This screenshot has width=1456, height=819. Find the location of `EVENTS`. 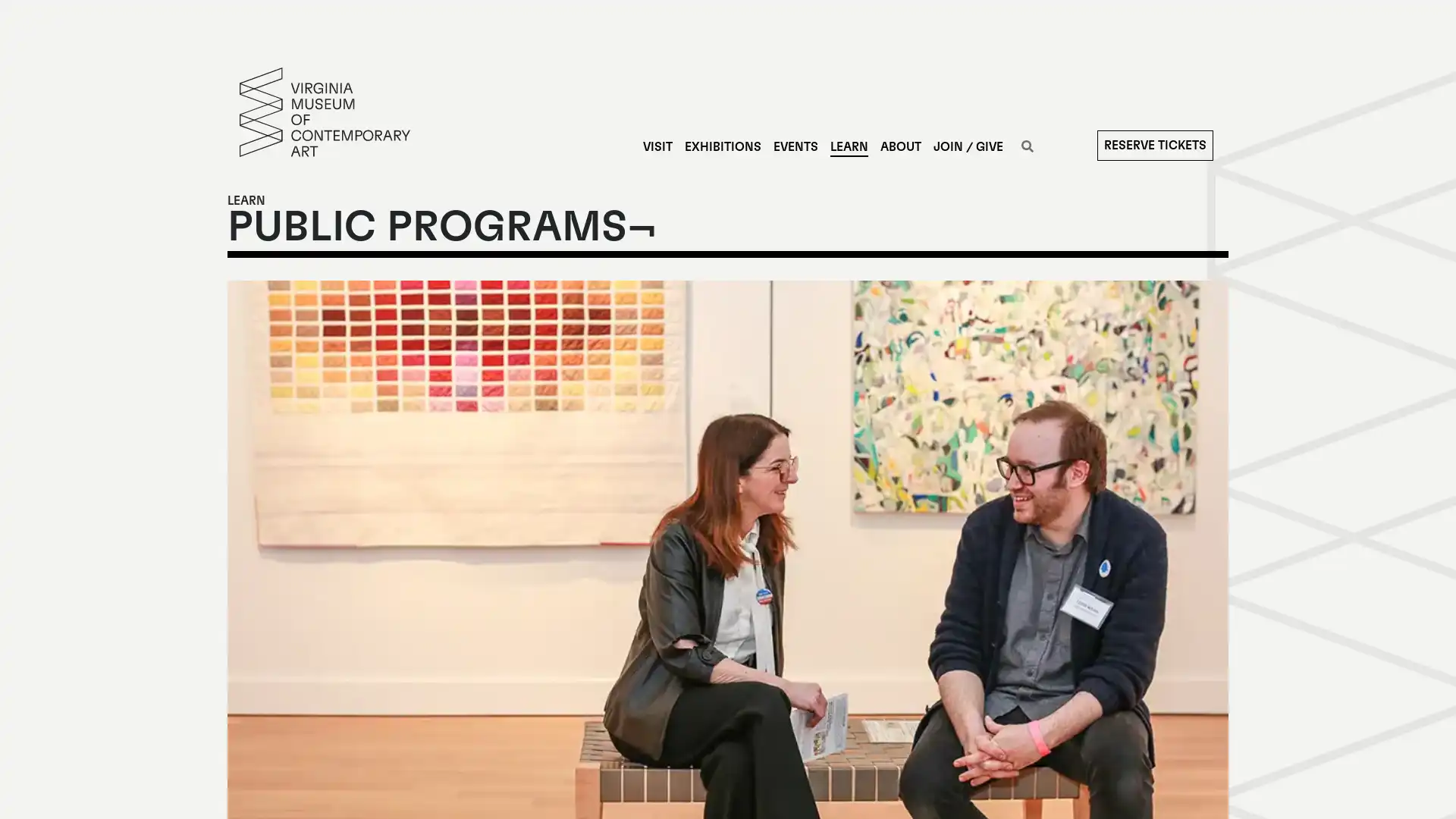

EVENTS is located at coordinates (794, 146).